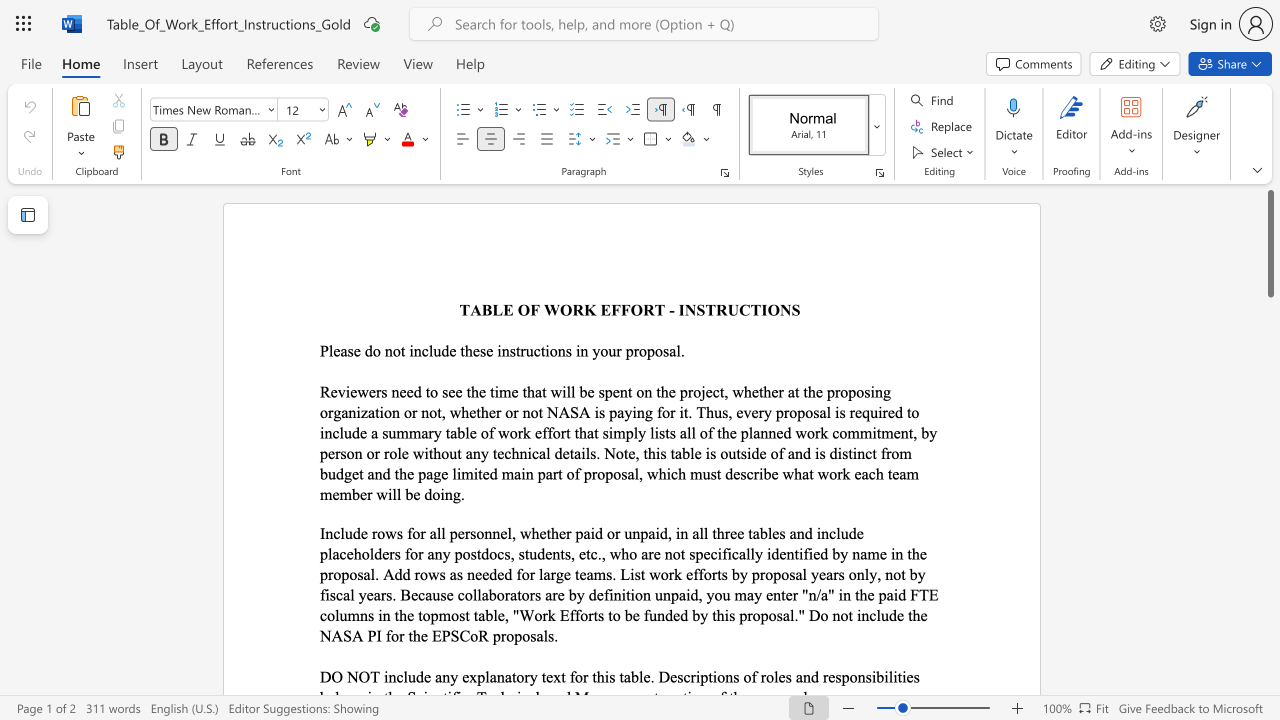  I want to click on the scrollbar on the right, so click(1269, 450).